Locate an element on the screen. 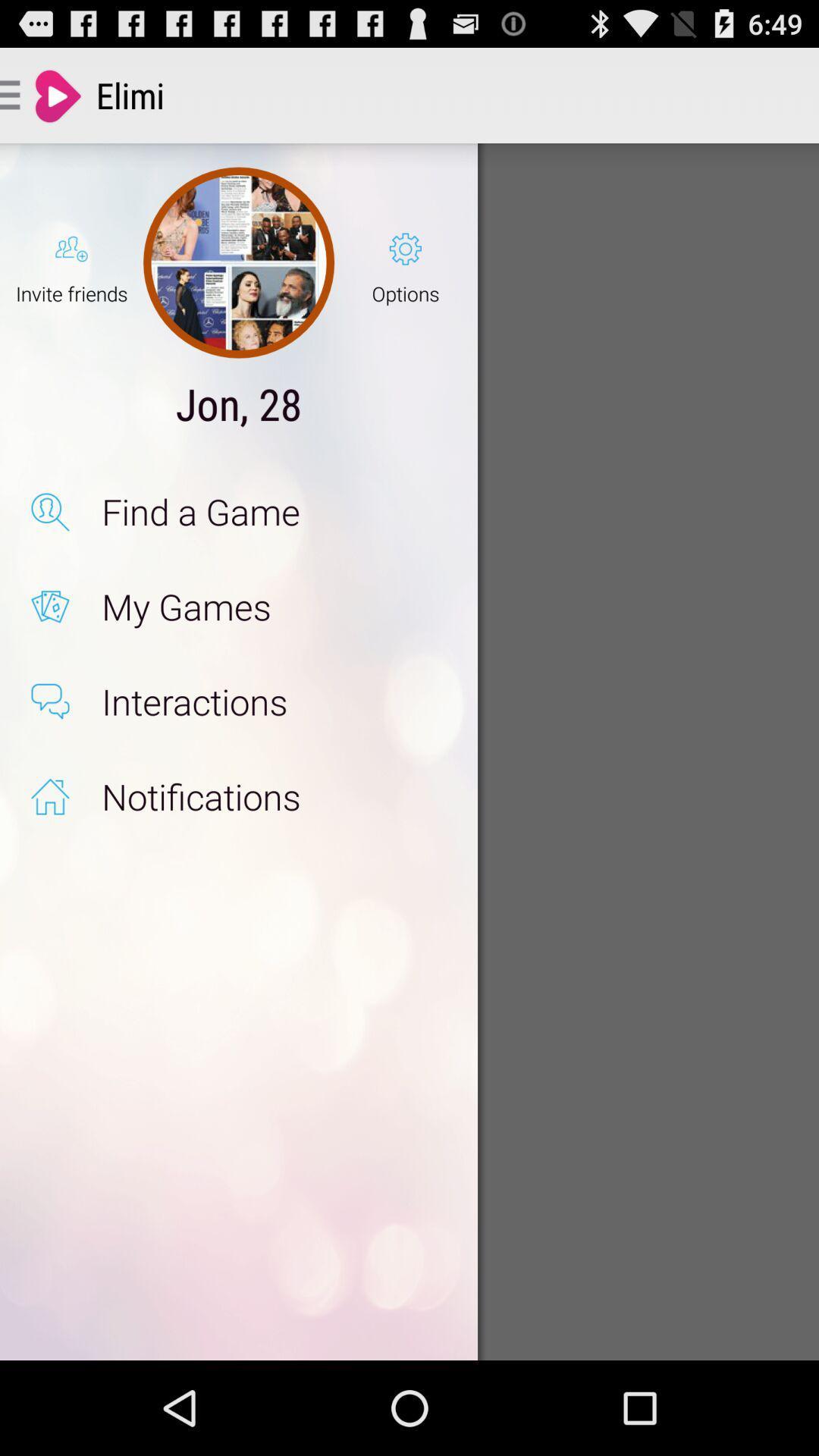 Image resolution: width=819 pixels, height=1456 pixels. button to the left of the options button is located at coordinates (239, 262).